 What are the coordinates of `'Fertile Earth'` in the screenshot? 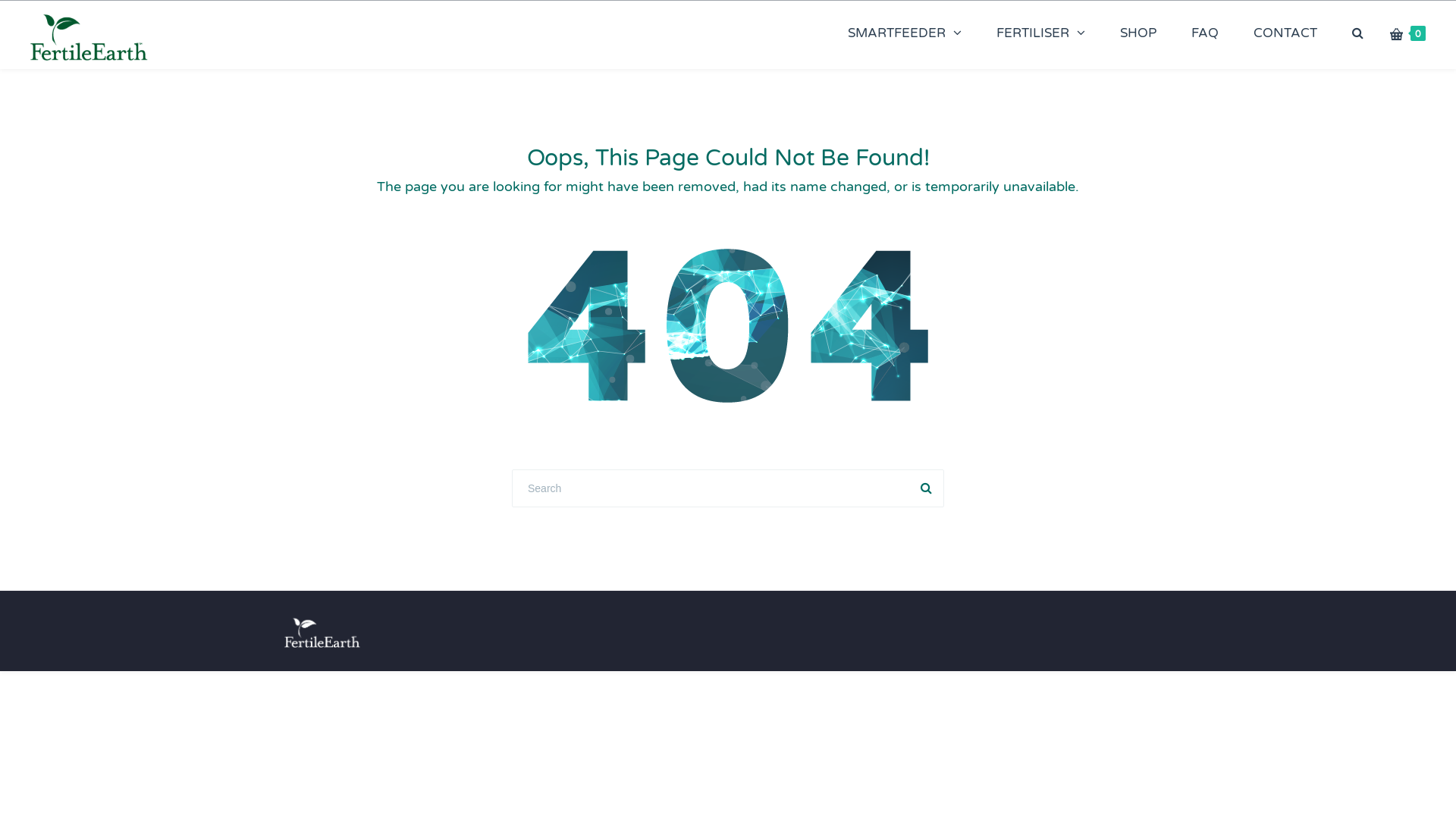 It's located at (88, 34).